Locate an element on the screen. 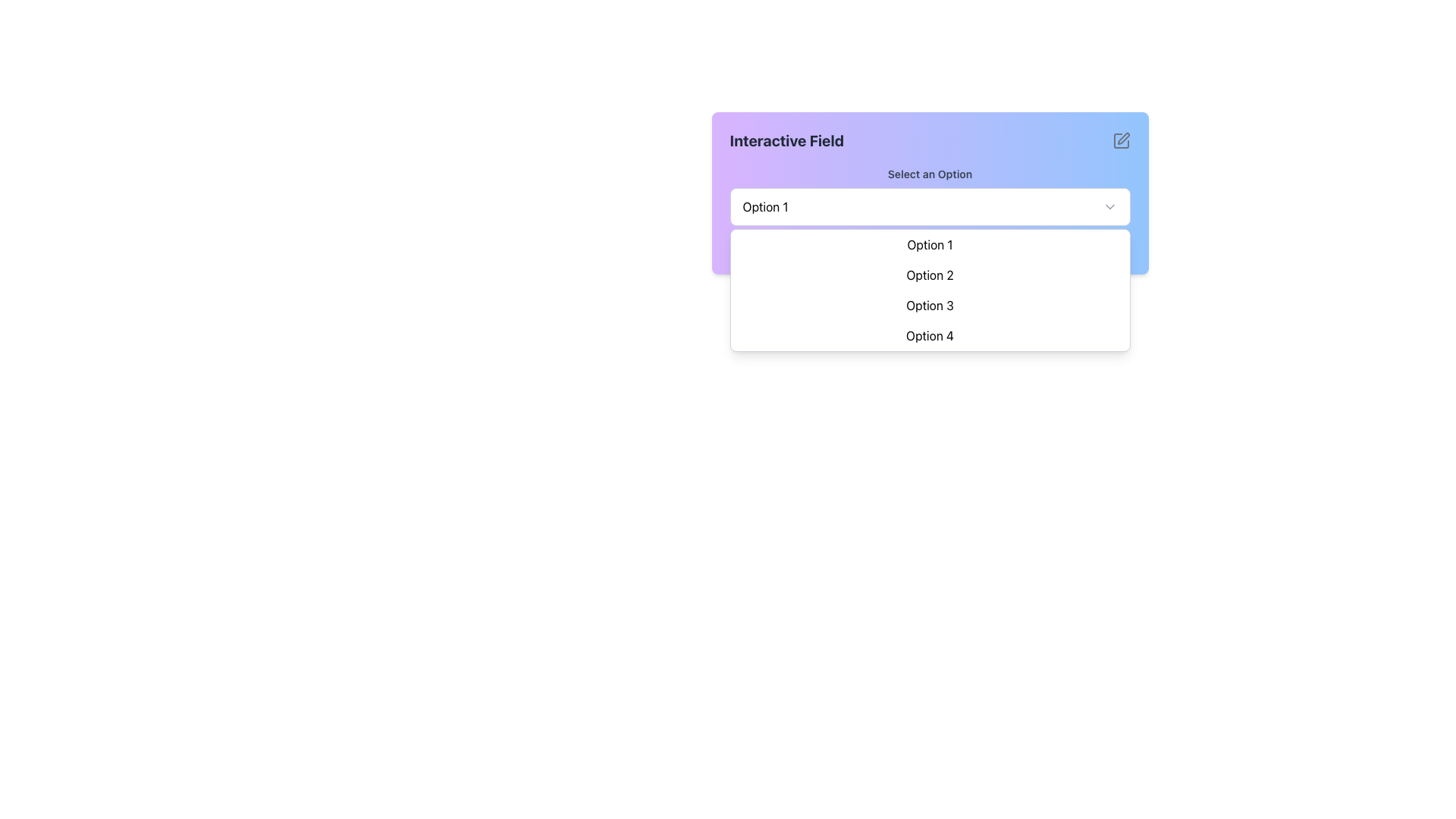  the 'Option 4' selectable item in the dropdown menu is located at coordinates (929, 335).